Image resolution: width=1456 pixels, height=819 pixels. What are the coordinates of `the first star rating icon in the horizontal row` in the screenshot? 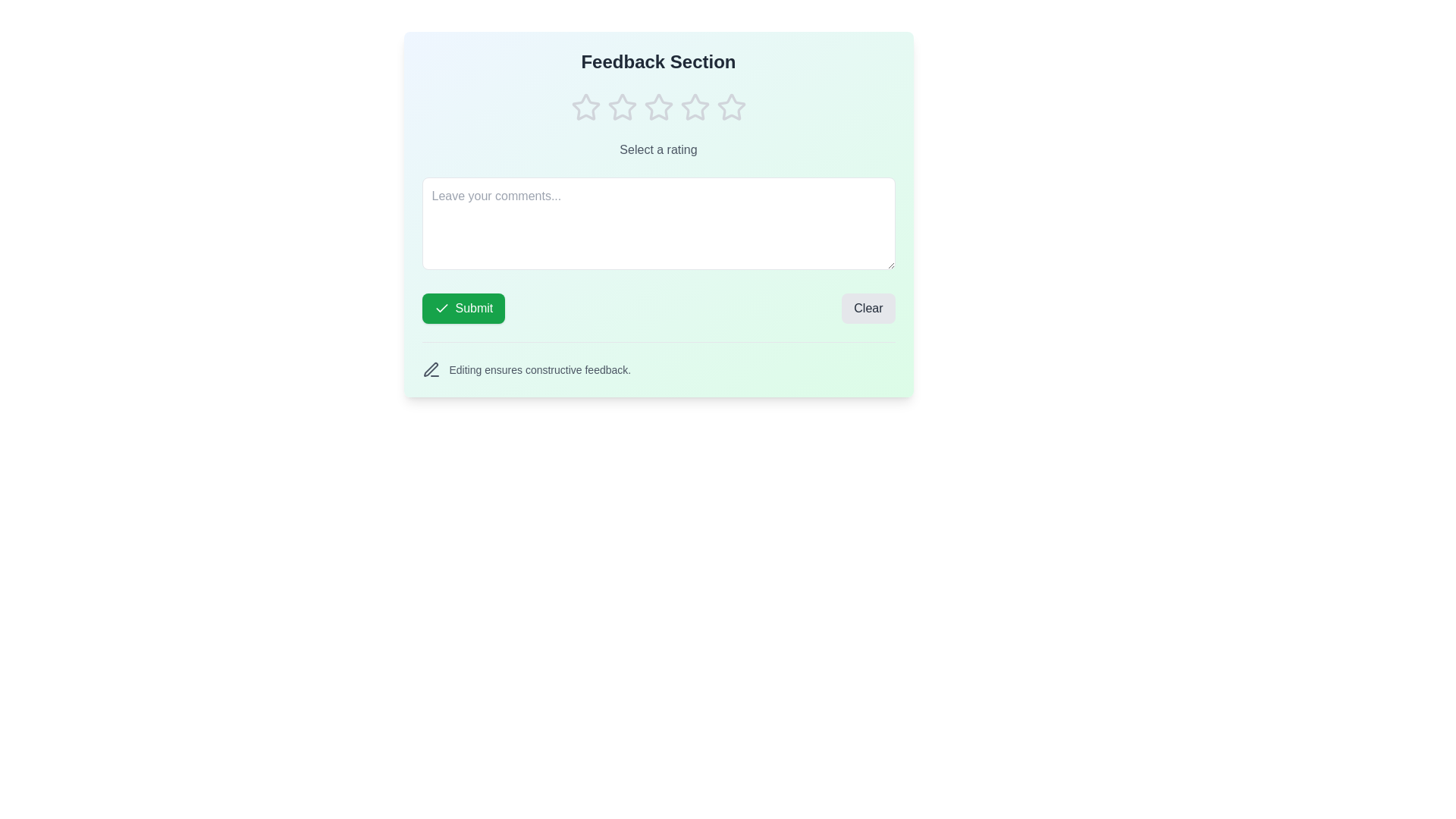 It's located at (585, 107).